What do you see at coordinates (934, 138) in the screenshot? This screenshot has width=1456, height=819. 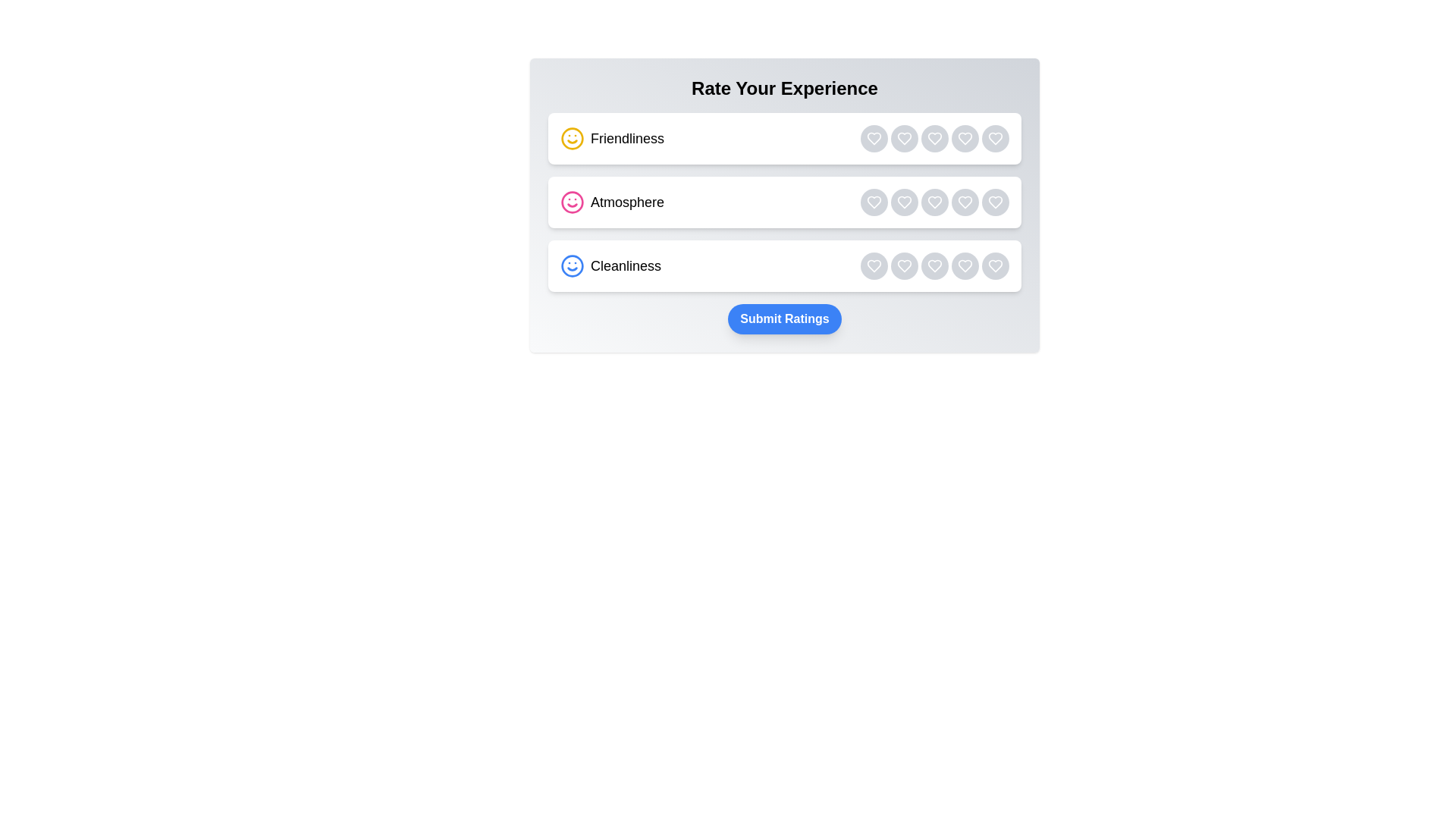 I see `the rating button for category Friendliness with rating 3` at bounding box center [934, 138].